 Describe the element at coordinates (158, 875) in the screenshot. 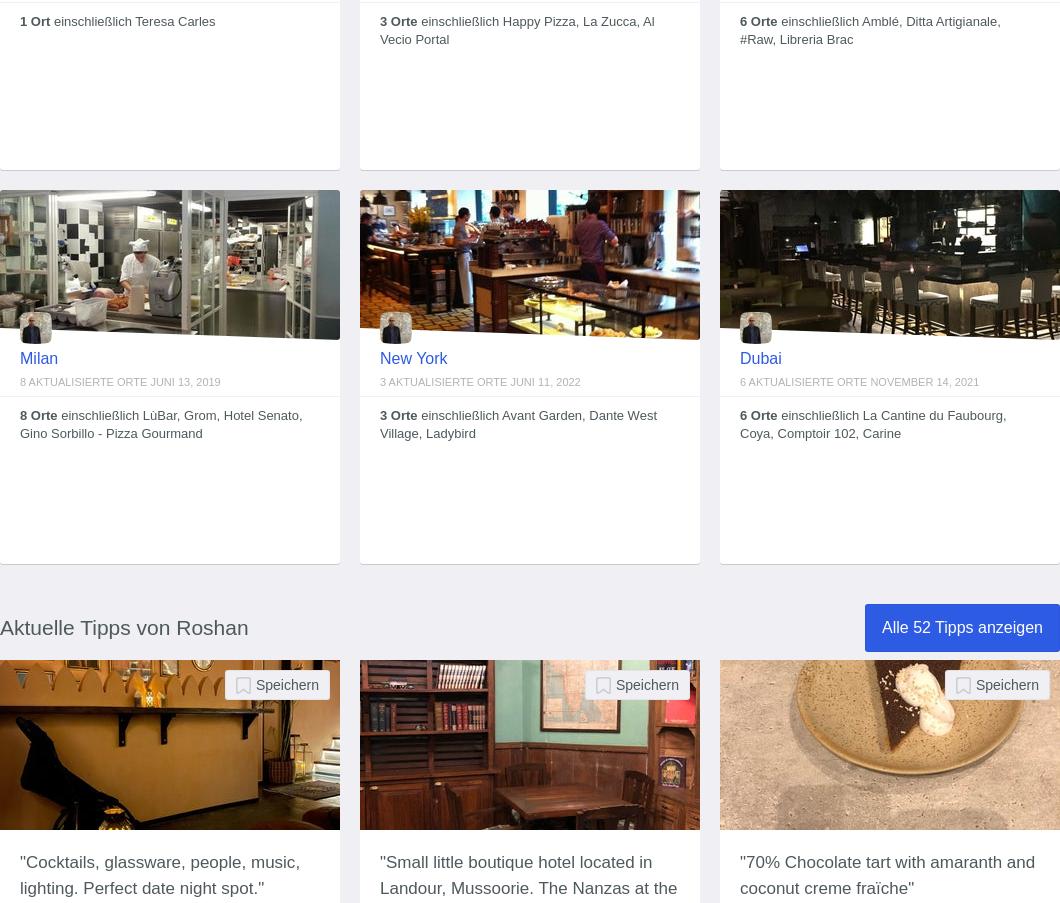

I see `', lighting. Perfect'` at that location.